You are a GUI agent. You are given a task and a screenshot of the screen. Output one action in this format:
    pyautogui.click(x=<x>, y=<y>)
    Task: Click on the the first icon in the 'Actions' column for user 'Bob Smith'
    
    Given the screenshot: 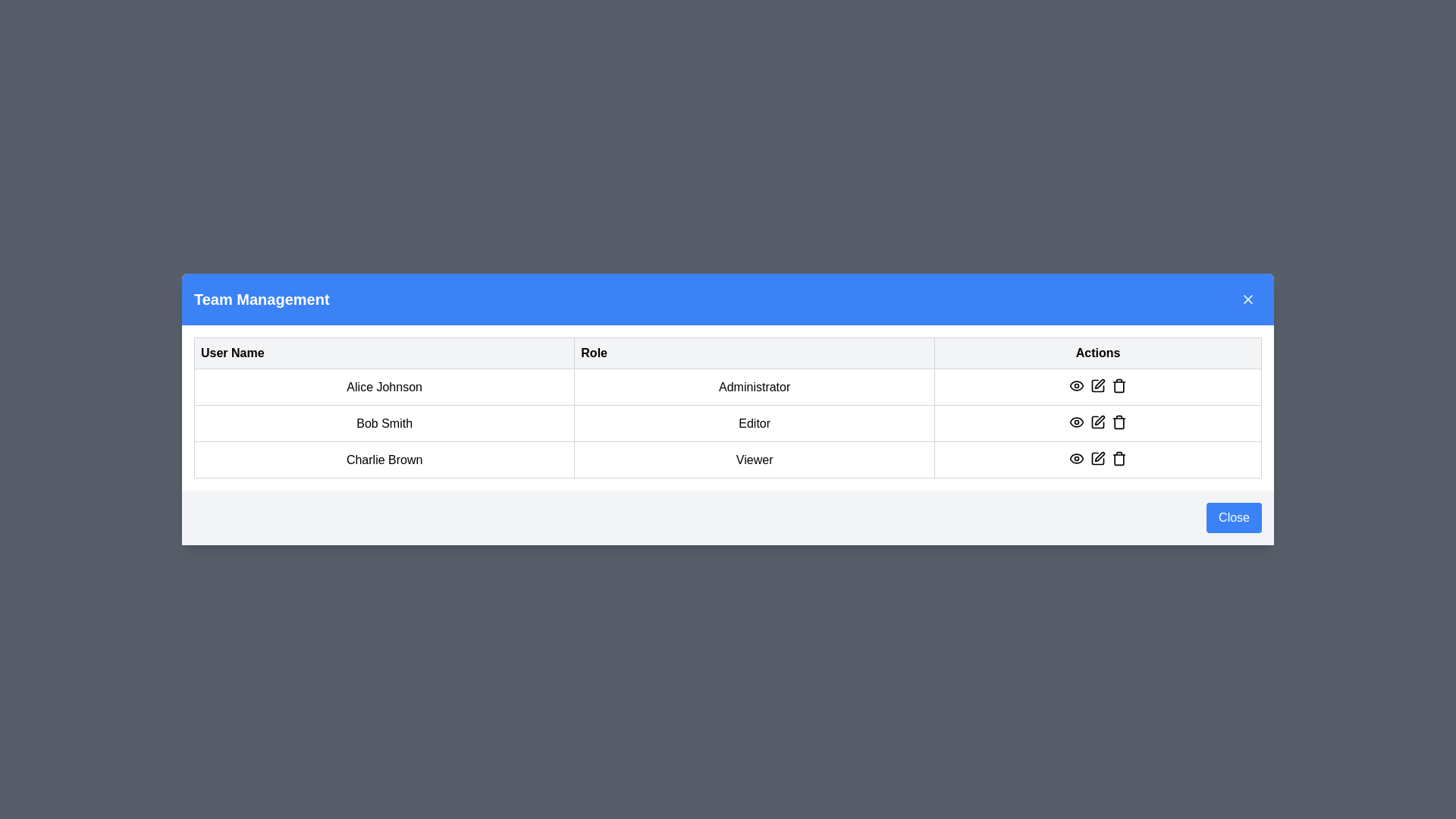 What is the action you would take?
    pyautogui.click(x=1076, y=422)
    